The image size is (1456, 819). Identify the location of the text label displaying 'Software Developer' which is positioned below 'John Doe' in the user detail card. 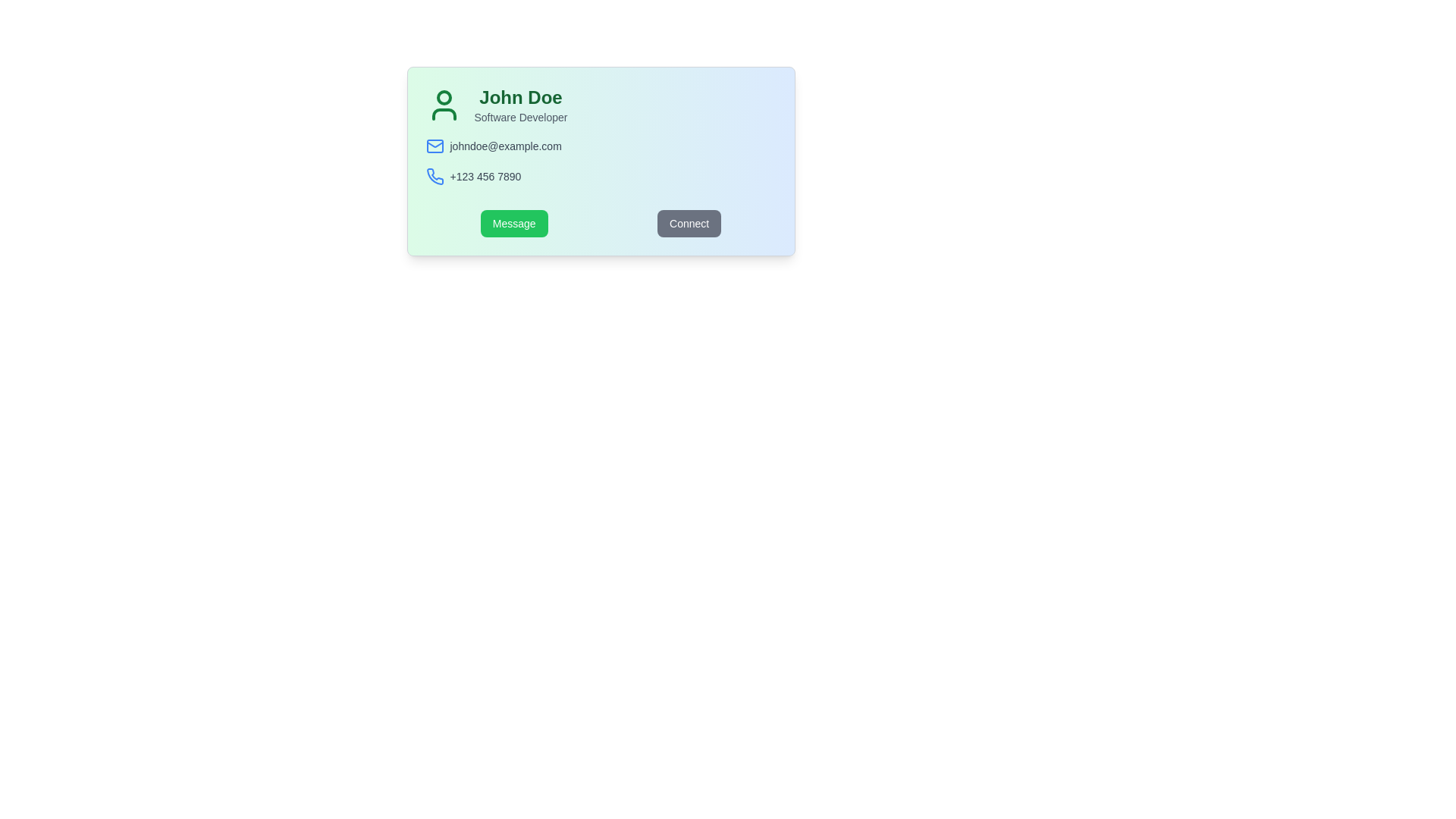
(520, 116).